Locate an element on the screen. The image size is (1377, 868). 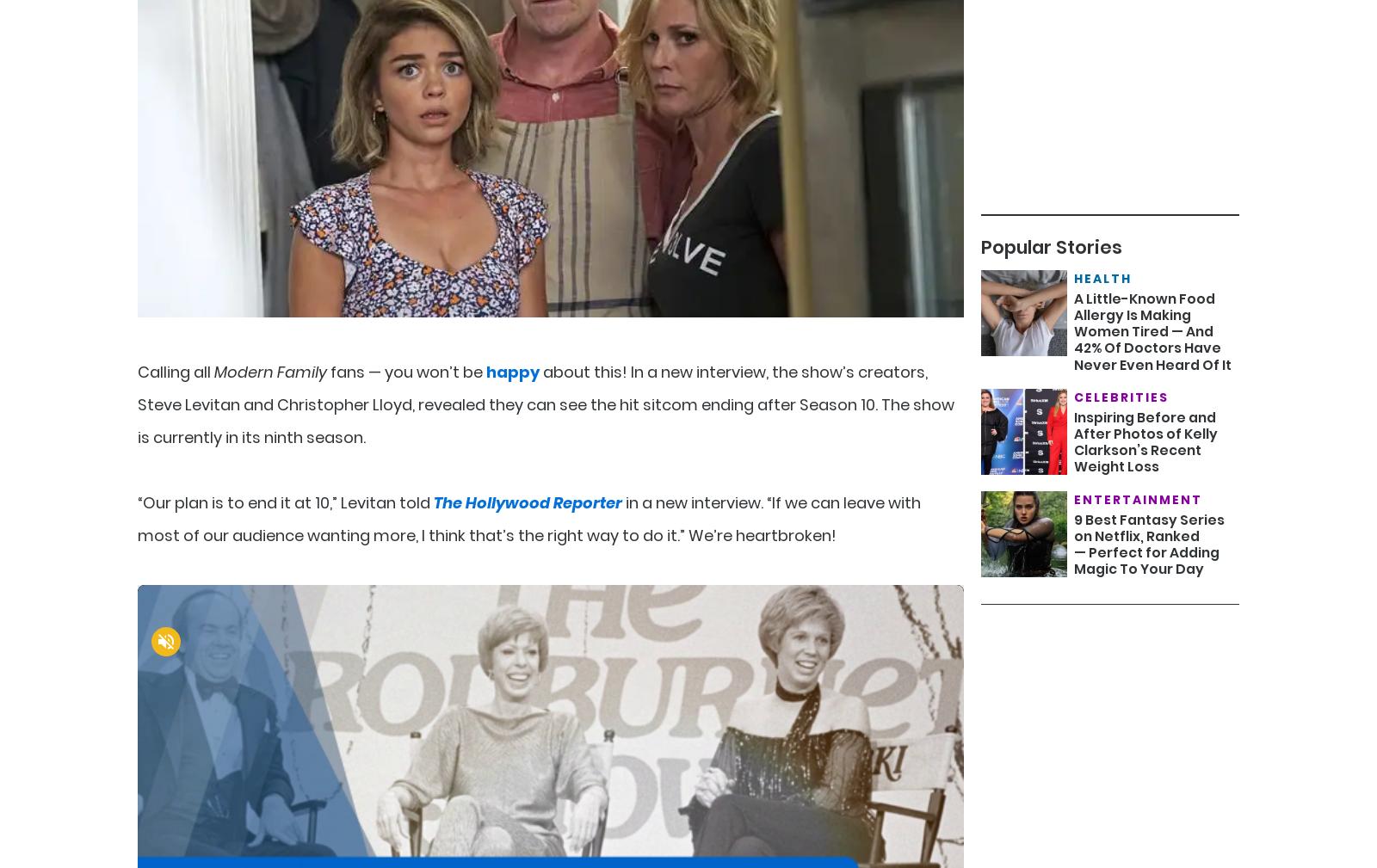
'about this! In a new interview, the show’s creators, Steve Levitan and Christopher Lloyd, revealed they can see the hit sitcom ending after Season 10. The show is currently in its ninth season.' is located at coordinates (137, 403).